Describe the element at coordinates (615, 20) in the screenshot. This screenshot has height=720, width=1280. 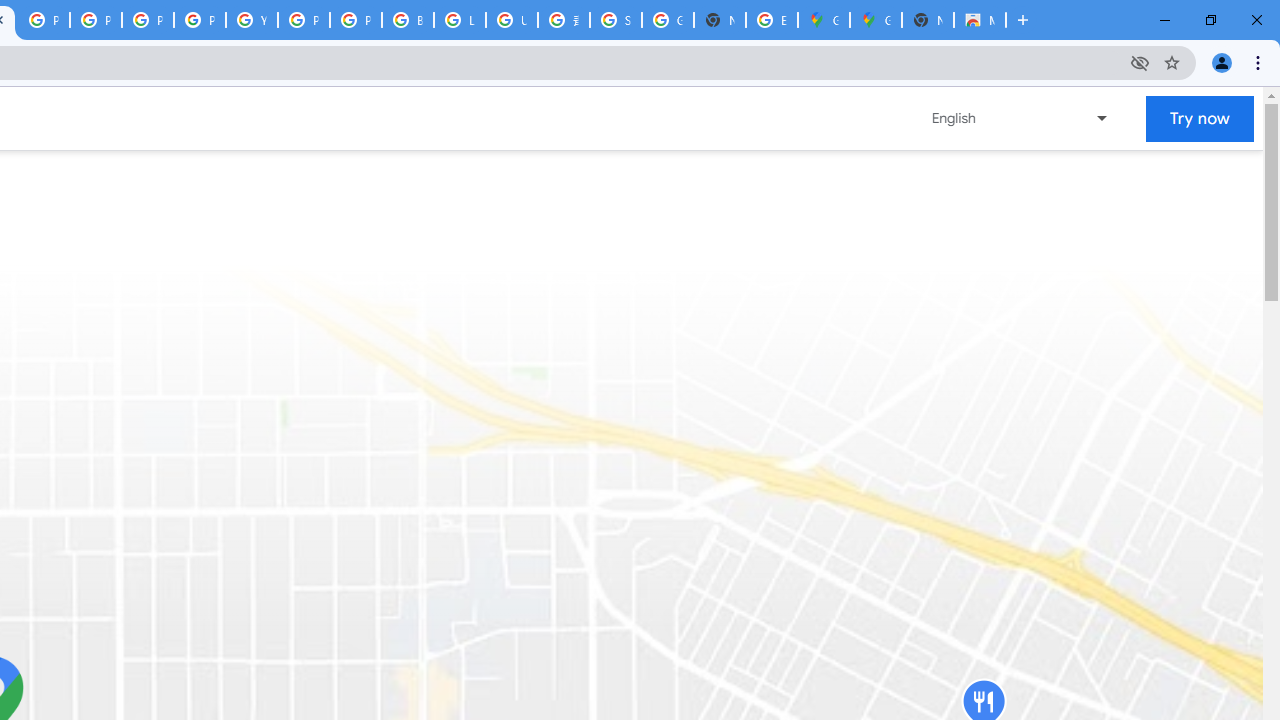
I see `'Sign in - Google Accounts'` at that location.